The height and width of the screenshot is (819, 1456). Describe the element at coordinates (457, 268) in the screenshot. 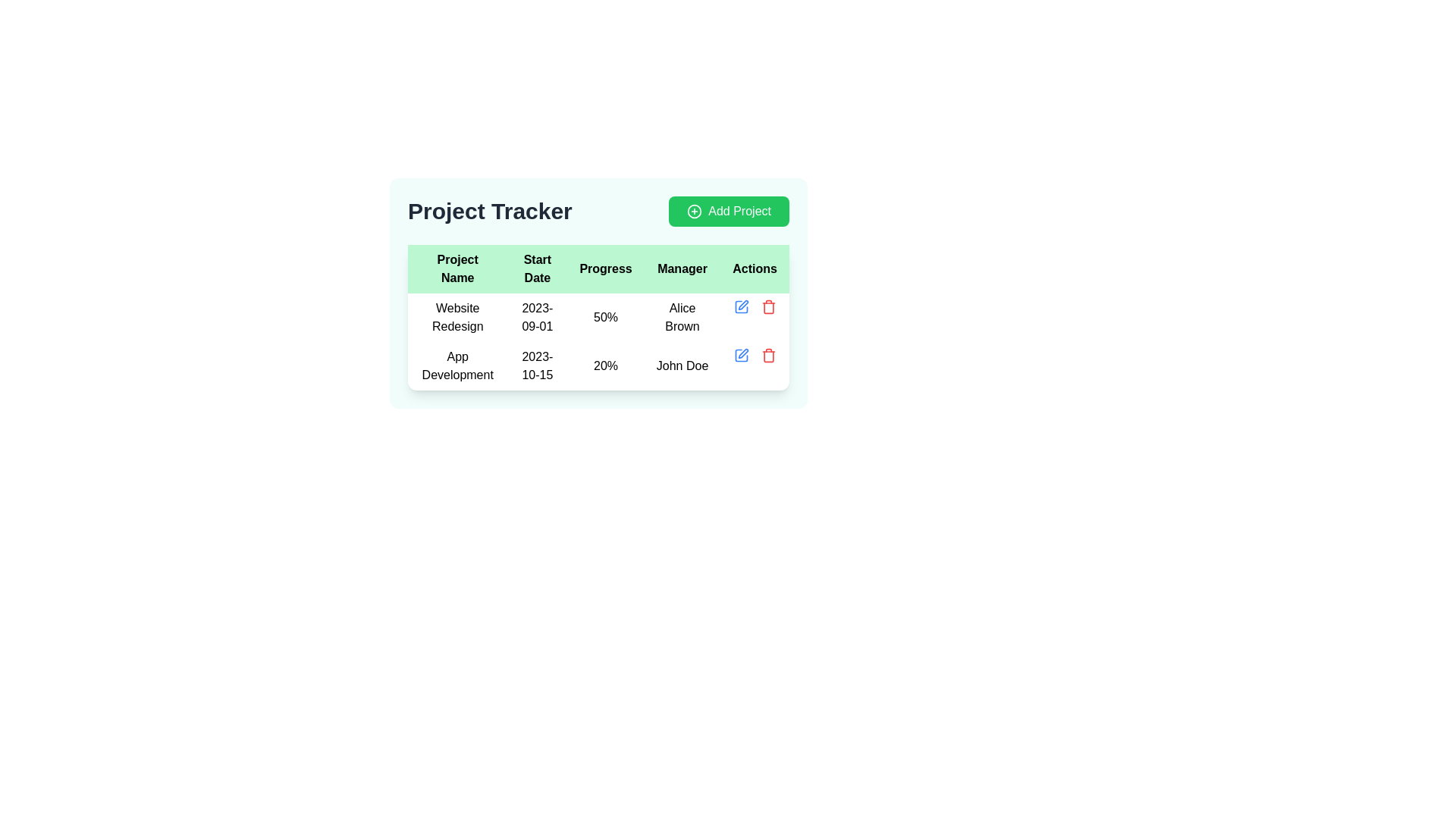

I see `the bold, two-line textual label reading 'Project Name' located in the first column of the tabular layout header row` at that location.